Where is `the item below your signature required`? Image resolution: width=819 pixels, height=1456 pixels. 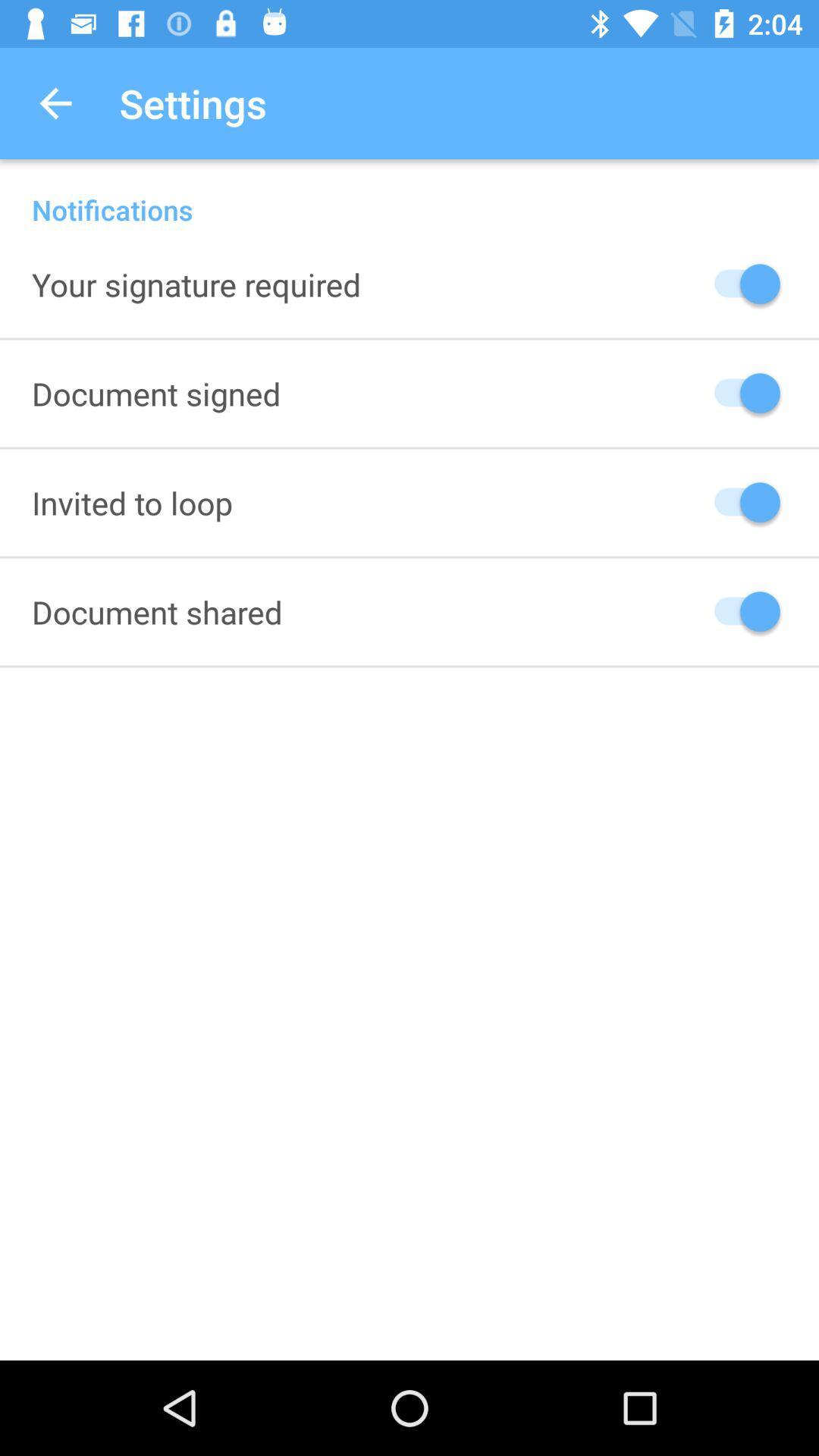
the item below your signature required is located at coordinates (156, 393).